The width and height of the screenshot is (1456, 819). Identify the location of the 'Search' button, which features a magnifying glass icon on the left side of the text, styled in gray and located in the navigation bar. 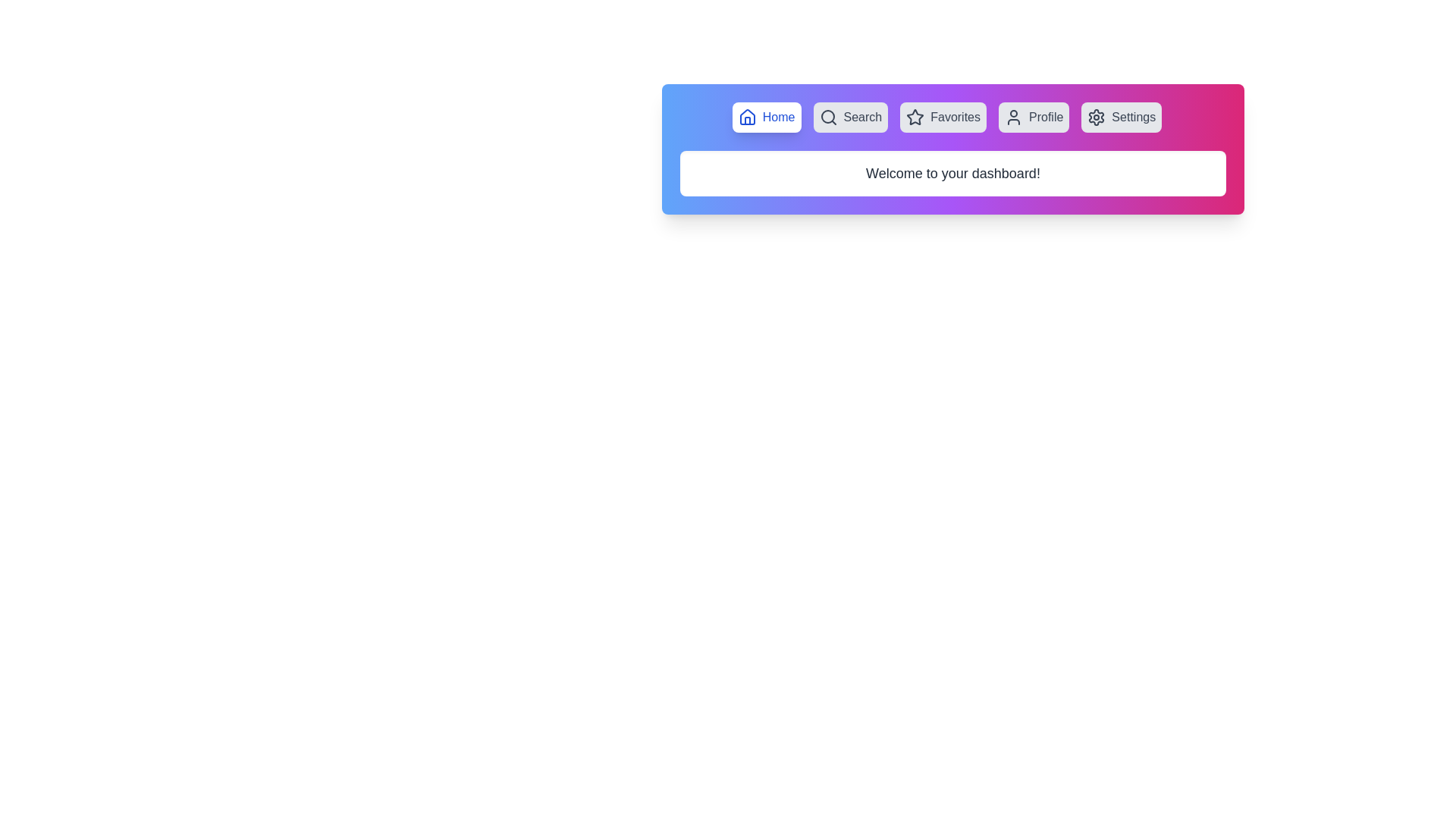
(850, 116).